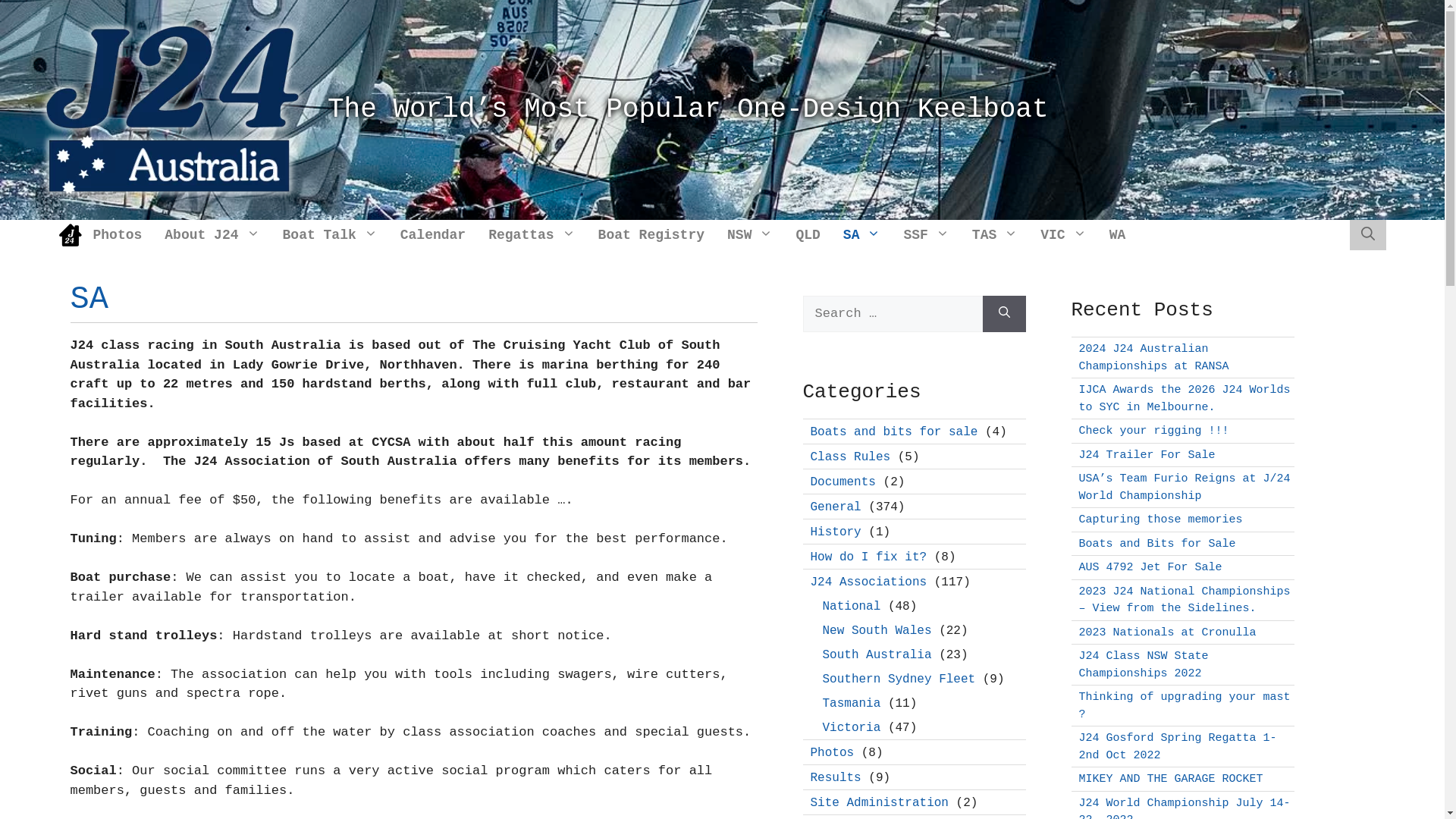 The height and width of the screenshot is (819, 1456). Describe the element at coordinates (1183, 397) in the screenshot. I see `'IJCA Awards the 2026 J24 Worlds to SYC in Melbourne.'` at that location.